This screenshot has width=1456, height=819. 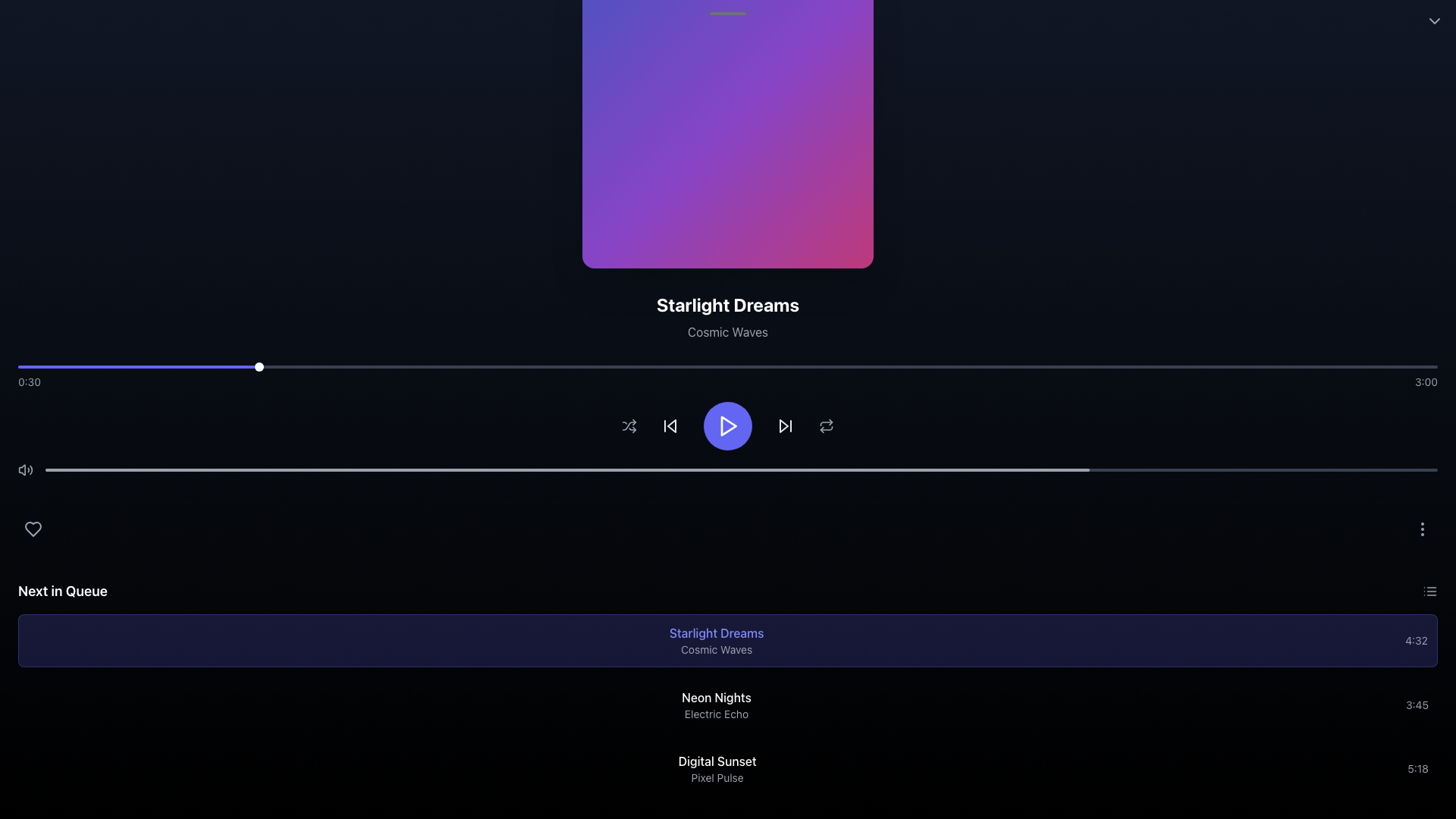 What do you see at coordinates (1033, 469) in the screenshot?
I see `the playback progress` at bounding box center [1033, 469].